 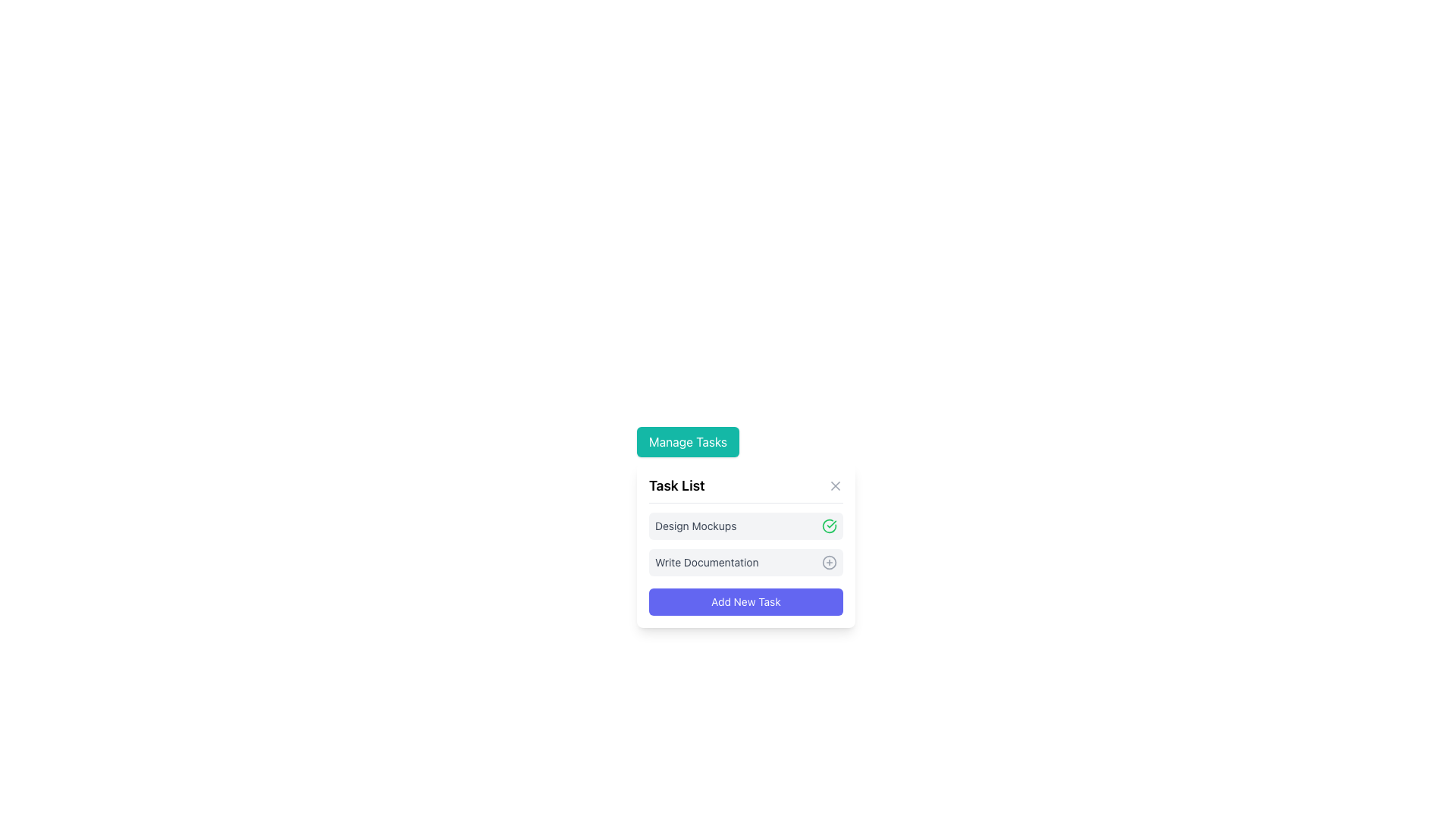 What do you see at coordinates (676, 485) in the screenshot?
I see `the 'Task List' header, which is styled in bold font and positioned at the top of the Task List modal panel` at bounding box center [676, 485].